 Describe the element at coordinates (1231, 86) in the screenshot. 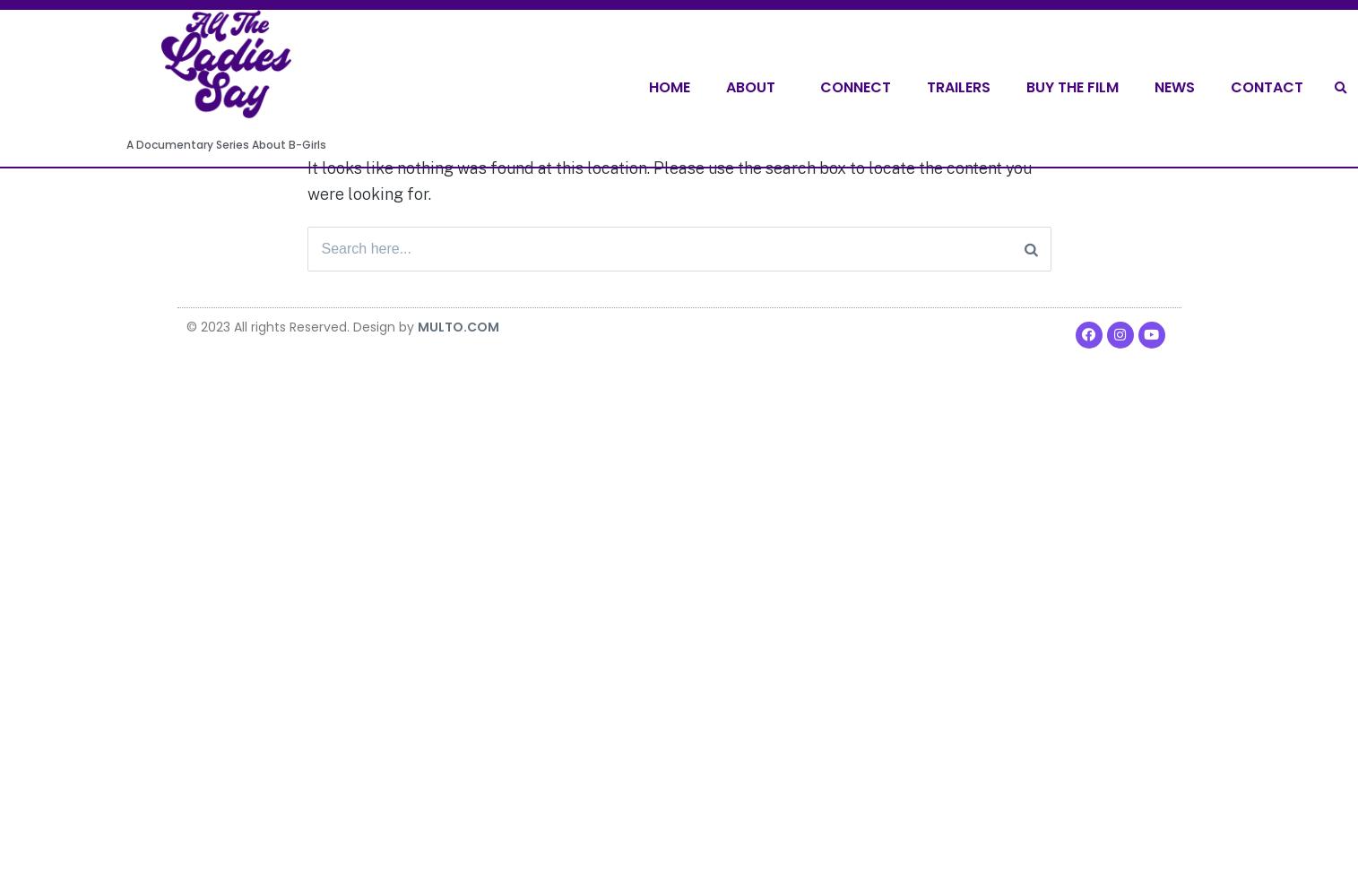

I see `'Contact'` at that location.